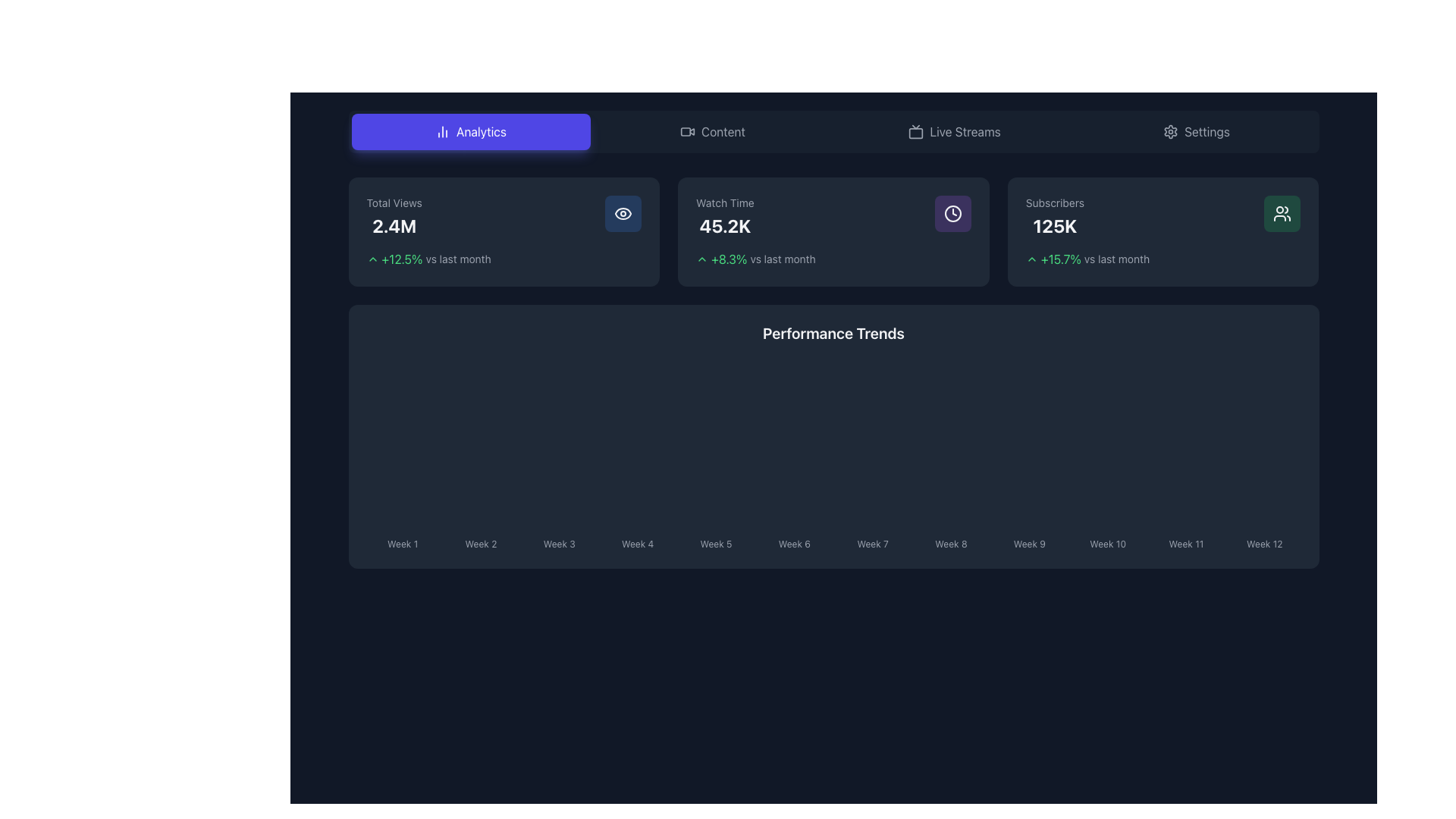 Image resolution: width=1456 pixels, height=819 pixels. I want to click on the video or multimedia icon located in the top navigation bar, positioned between the 'Analytics' option and the 'Content' label, so click(687, 130).